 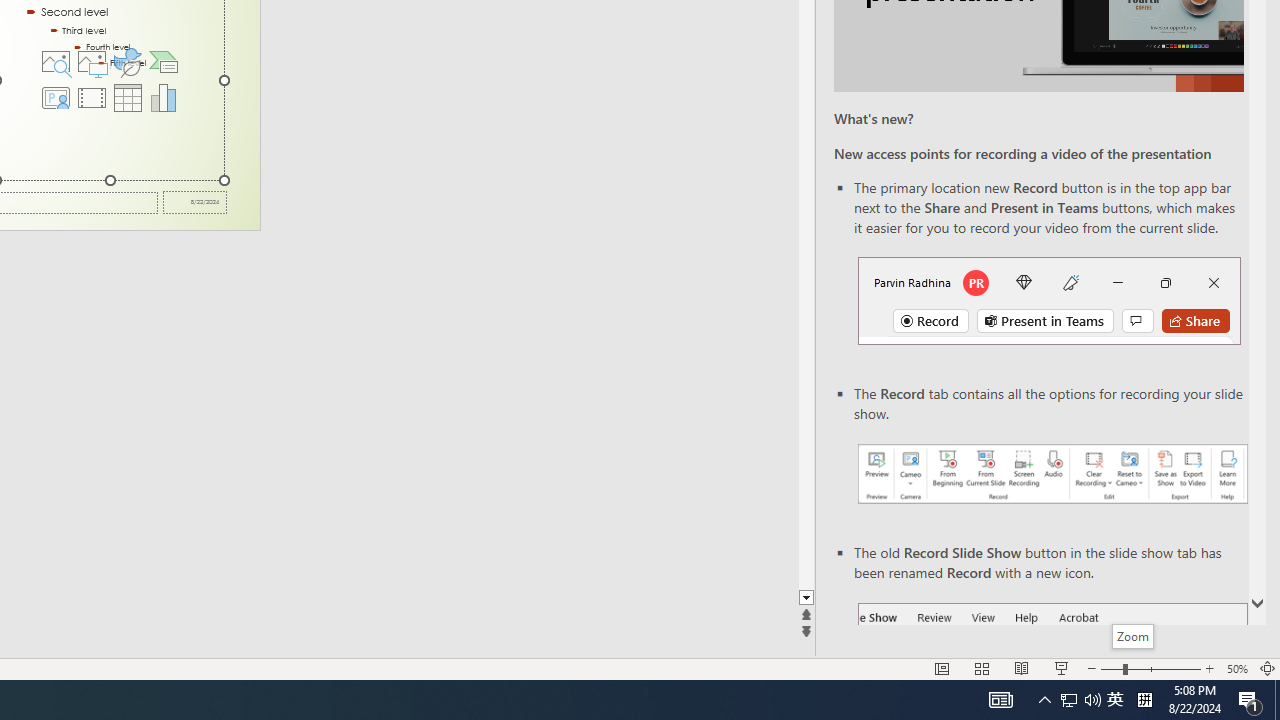 What do you see at coordinates (194, 202) in the screenshot?
I see `'Date'` at bounding box center [194, 202].